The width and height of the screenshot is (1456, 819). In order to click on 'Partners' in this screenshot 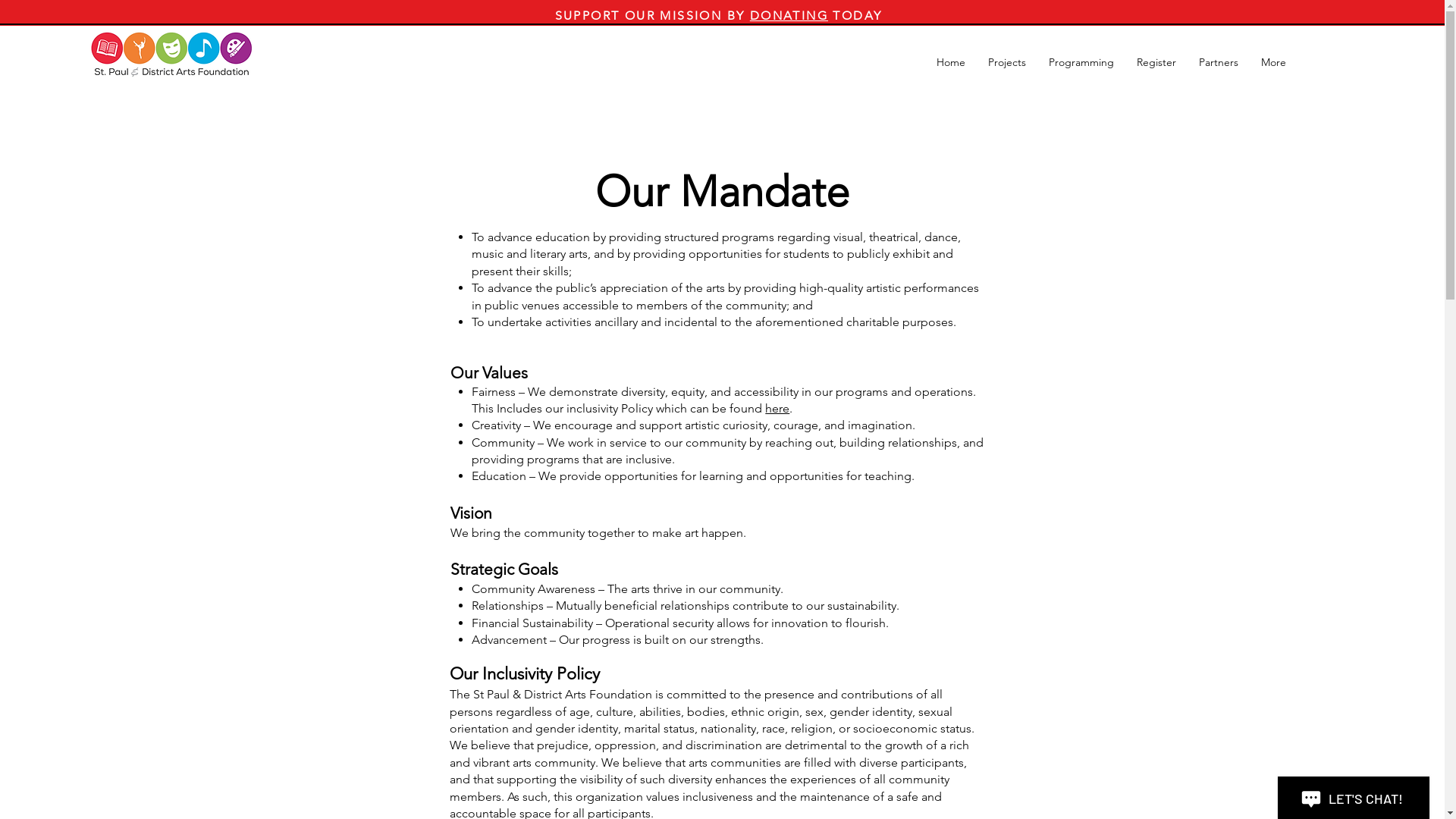, I will do `click(1219, 61)`.